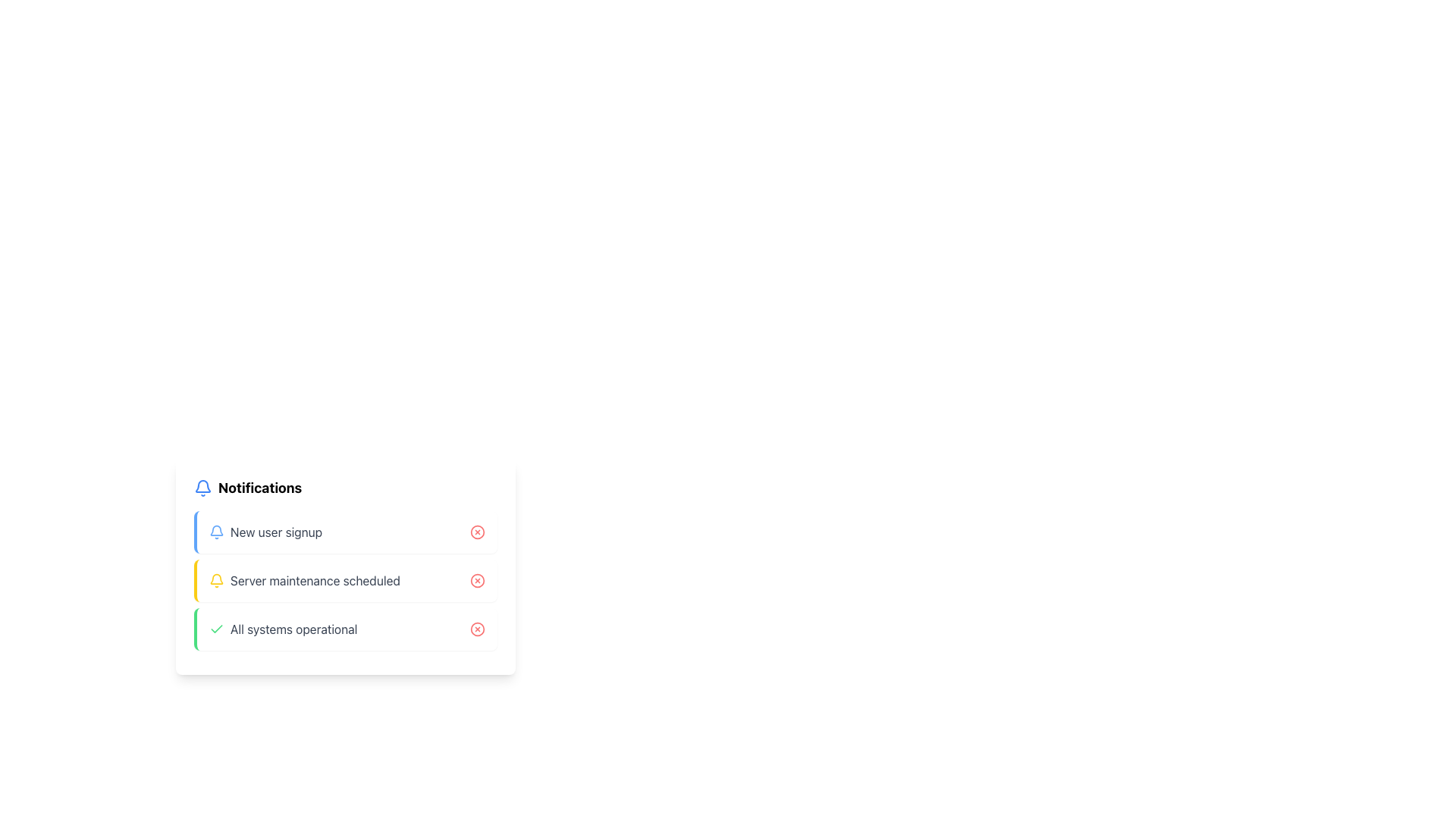 The width and height of the screenshot is (1456, 819). Describe the element at coordinates (476, 580) in the screenshot. I see `the dismiss icon on the right side of the 'Server maintenance scheduled' notification` at that location.